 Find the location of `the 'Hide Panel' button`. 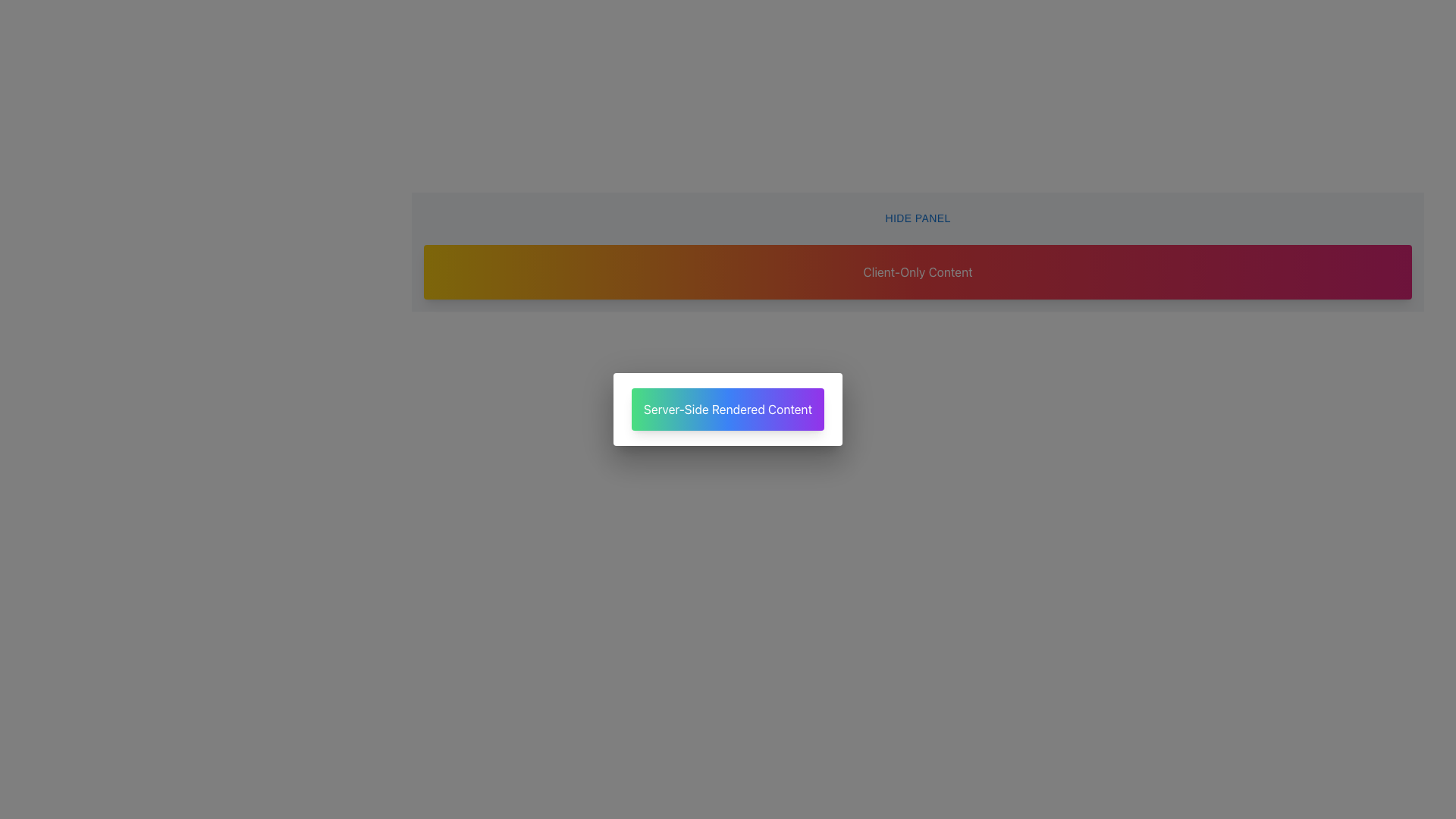

the 'Hide Panel' button is located at coordinates (917, 218).